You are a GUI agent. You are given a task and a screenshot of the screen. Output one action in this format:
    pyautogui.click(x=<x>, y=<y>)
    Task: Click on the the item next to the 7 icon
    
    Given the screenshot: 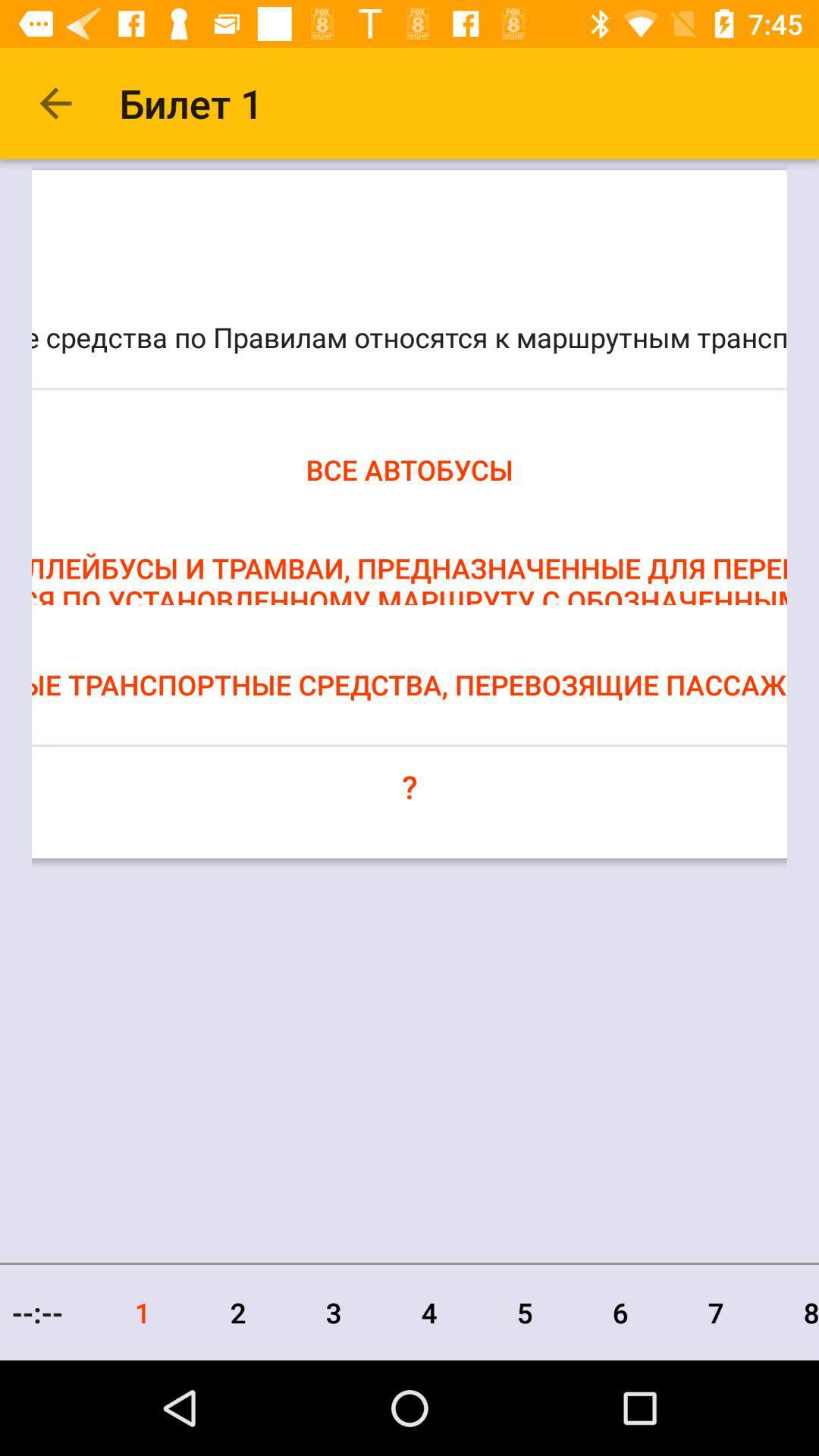 What is the action you would take?
    pyautogui.click(x=790, y=1312)
    